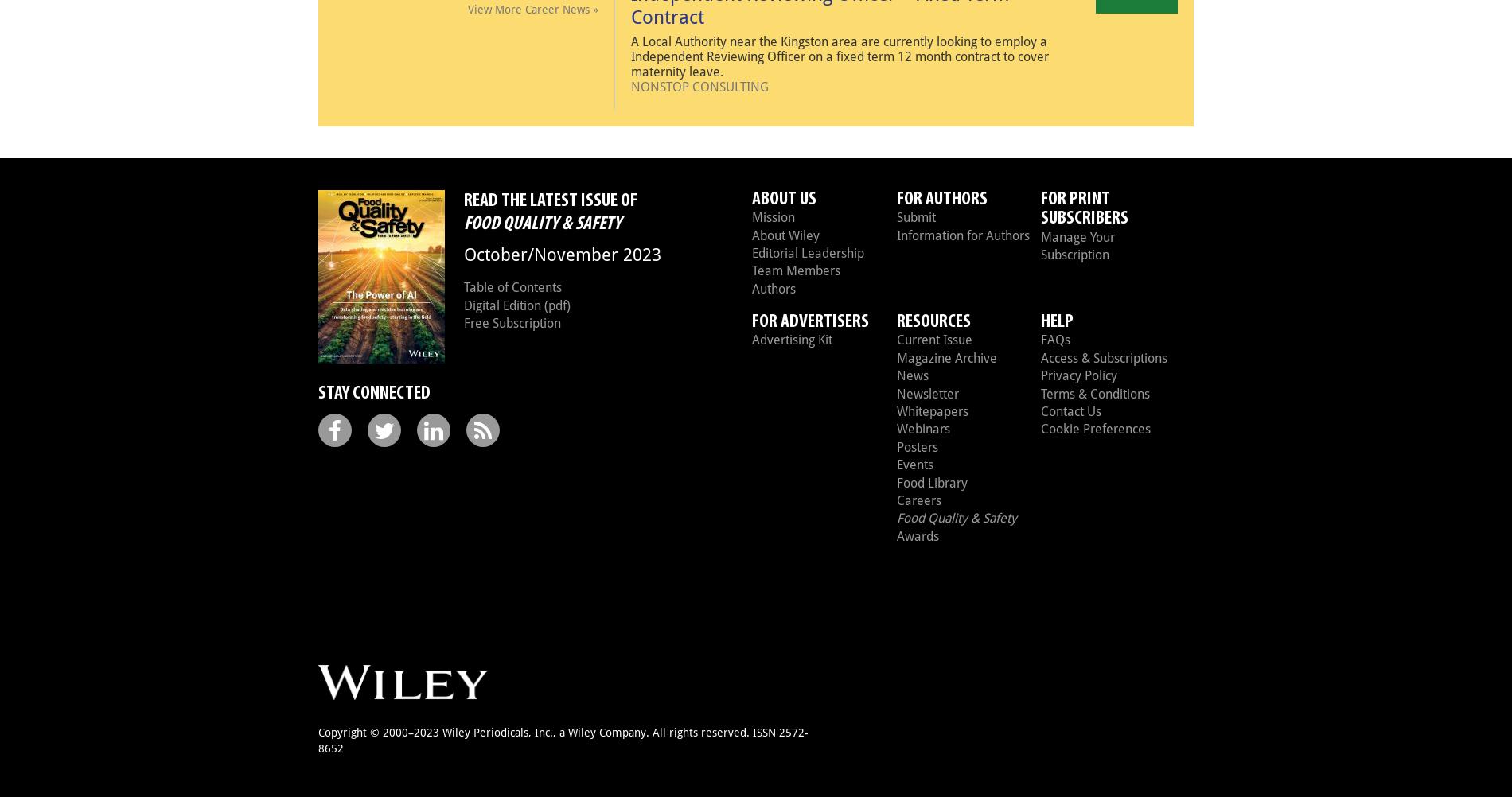  Describe the element at coordinates (512, 287) in the screenshot. I see `'Table of Contents'` at that location.